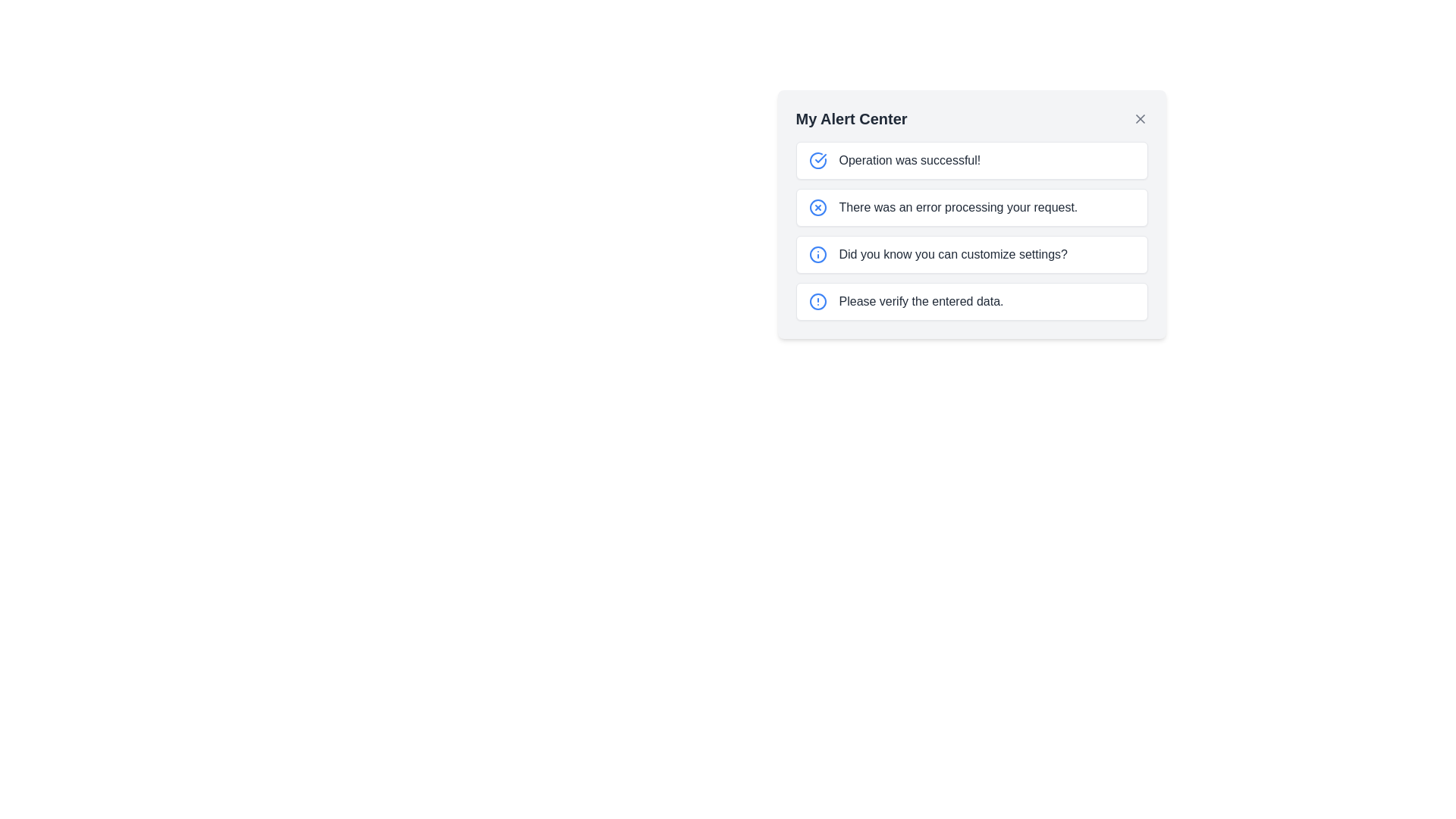  Describe the element at coordinates (971, 253) in the screenshot. I see `the informational card that is the third message in the 'My Alert Center' section, which provides users with awareness of customization options within the application` at that location.